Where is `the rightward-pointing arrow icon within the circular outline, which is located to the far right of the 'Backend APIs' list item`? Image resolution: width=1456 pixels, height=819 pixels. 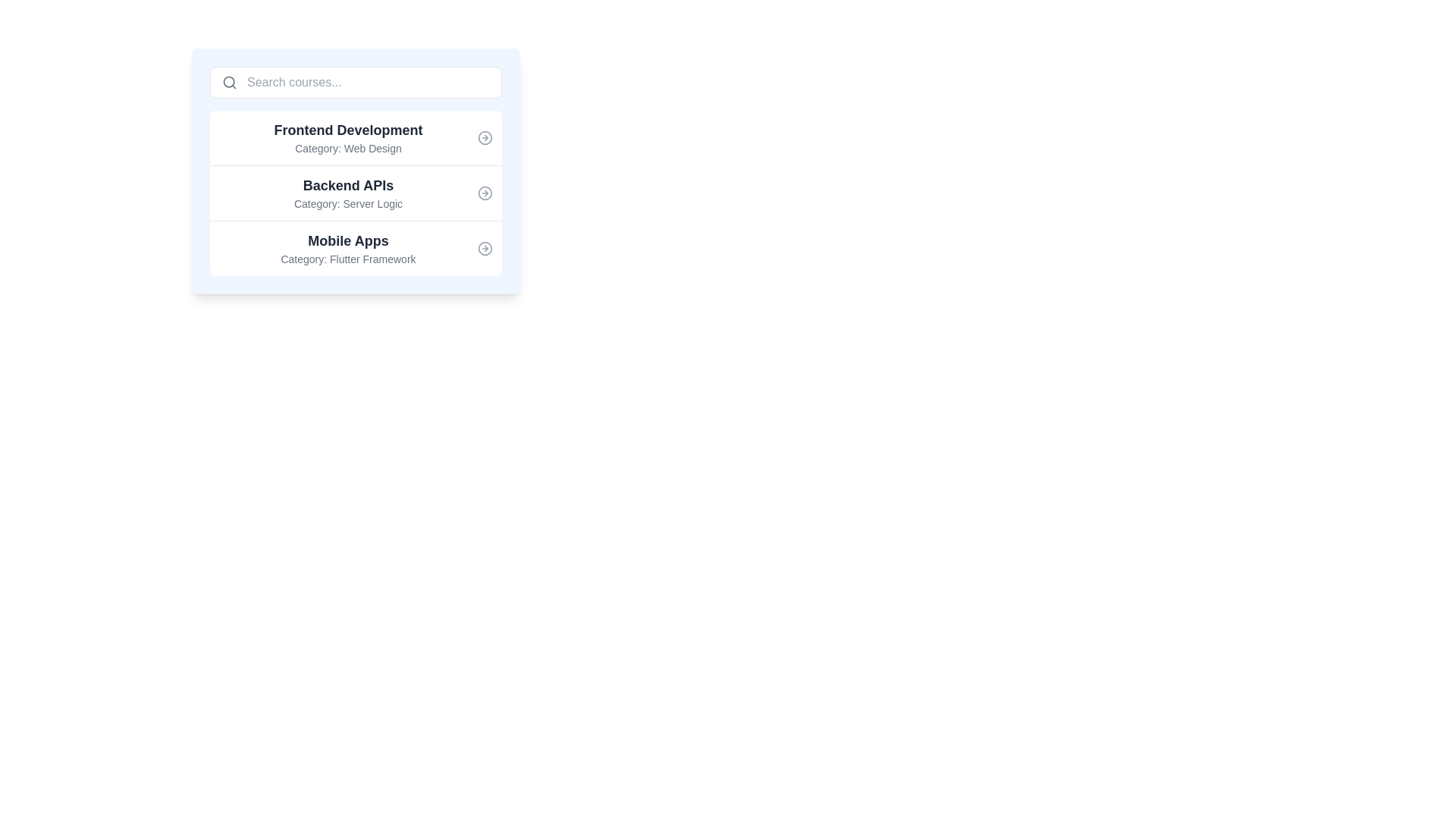
the rightward-pointing arrow icon within the circular outline, which is located to the far right of the 'Backend APIs' list item is located at coordinates (484, 192).